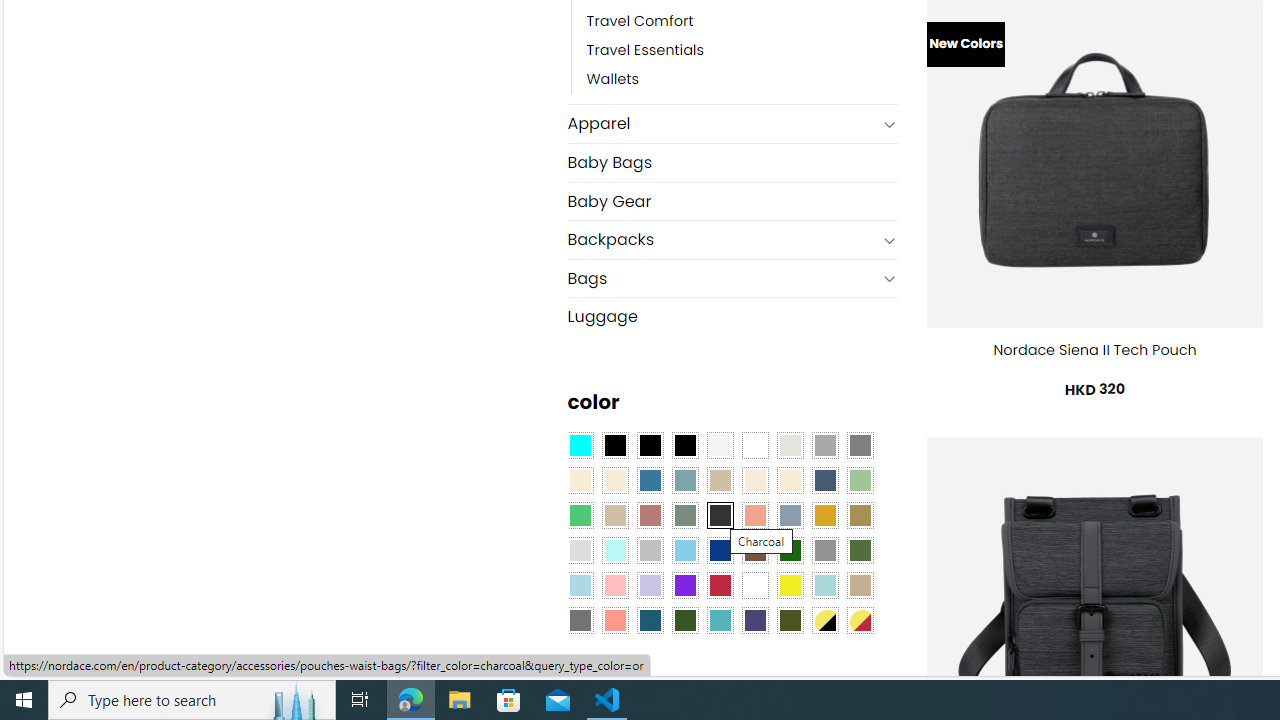 The width and height of the screenshot is (1280, 720). What do you see at coordinates (720, 443) in the screenshot?
I see `'Pearly White'` at bounding box center [720, 443].